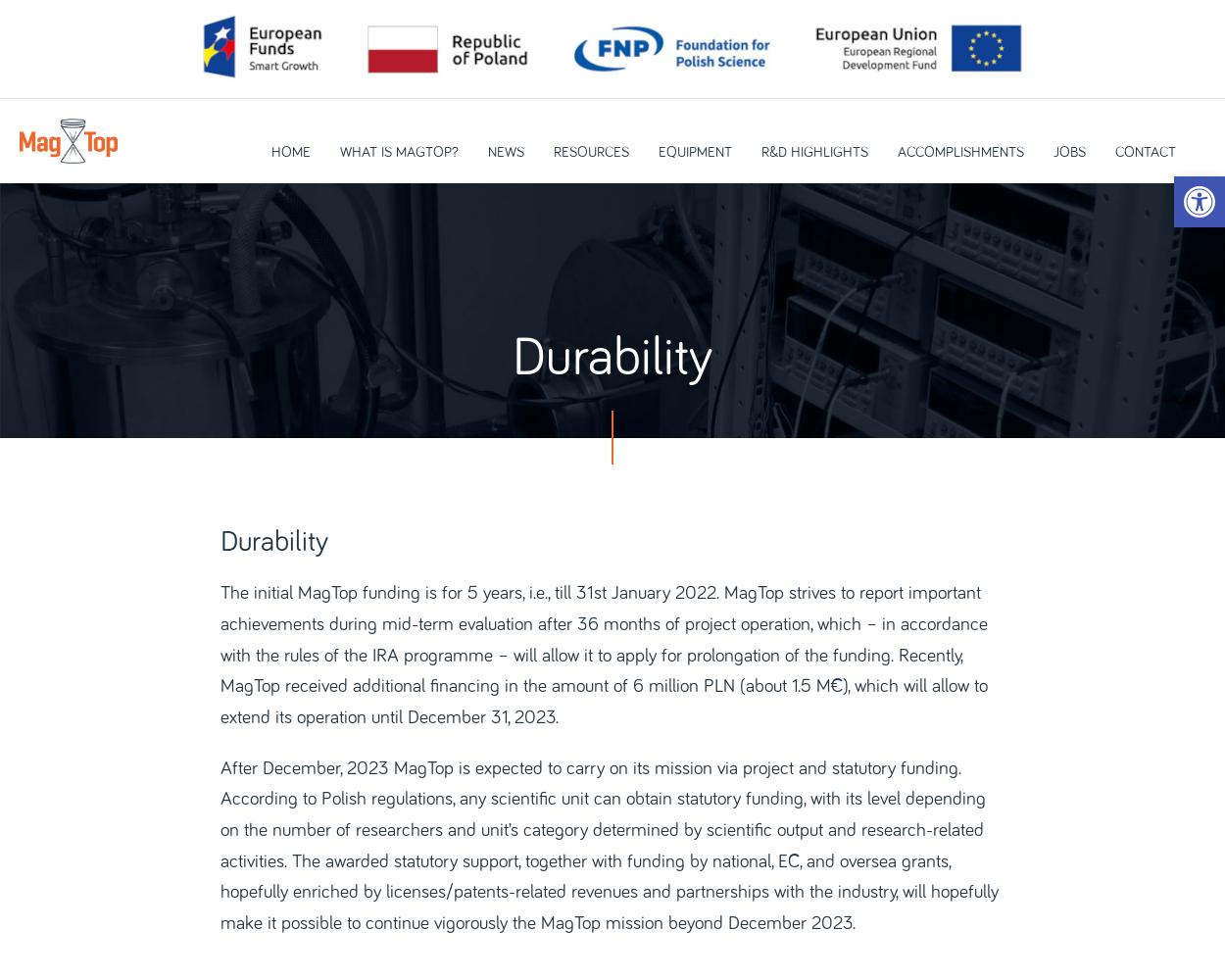 The image size is (1225, 980). I want to click on 'Equipment', so click(693, 152).